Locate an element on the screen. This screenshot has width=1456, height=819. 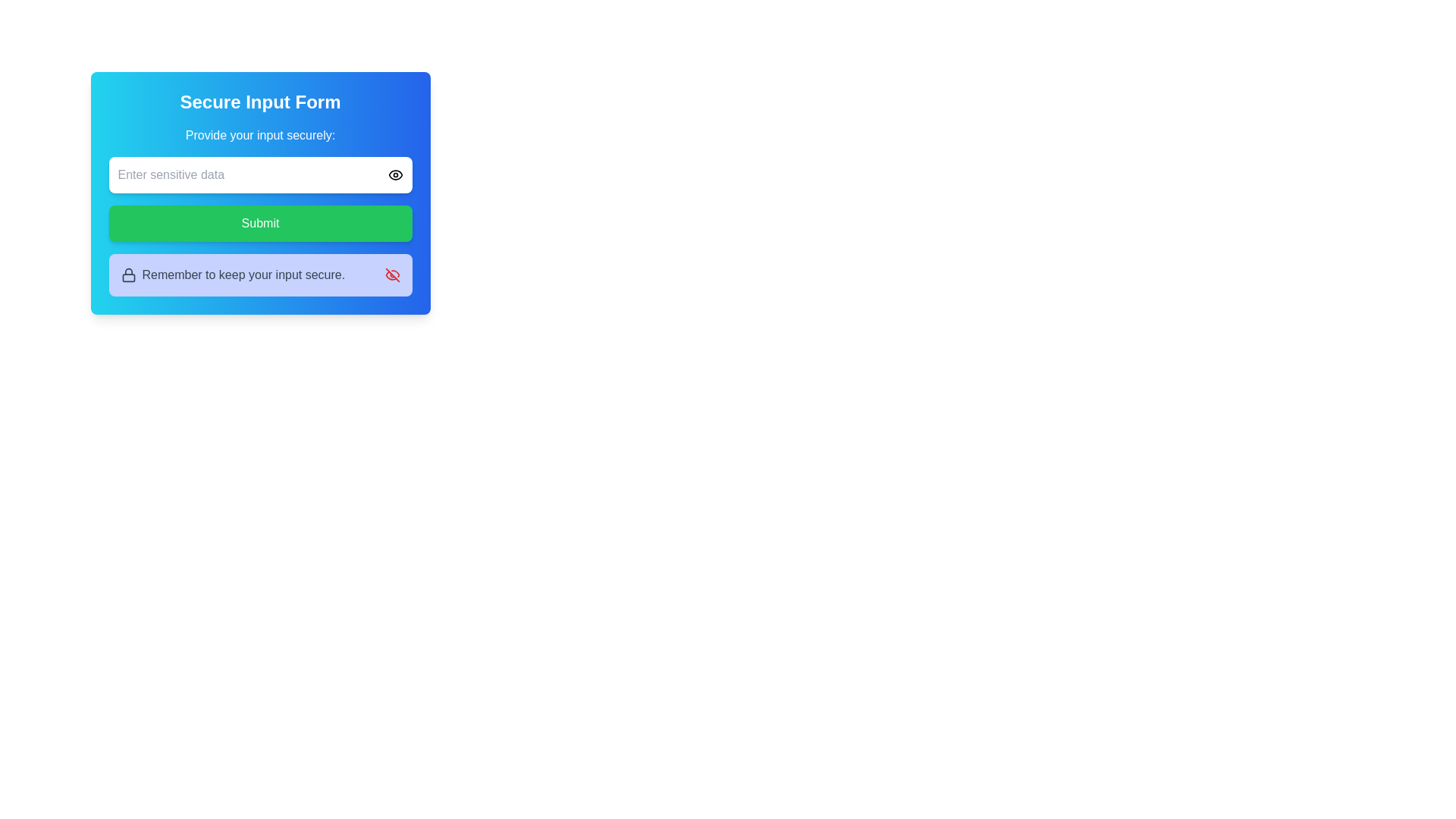
the 'Submit' button, which is a rectangular button with a vibrant green background and white text, located in the middle section of the form below the 'Enter sensitive data' input field is located at coordinates (260, 223).